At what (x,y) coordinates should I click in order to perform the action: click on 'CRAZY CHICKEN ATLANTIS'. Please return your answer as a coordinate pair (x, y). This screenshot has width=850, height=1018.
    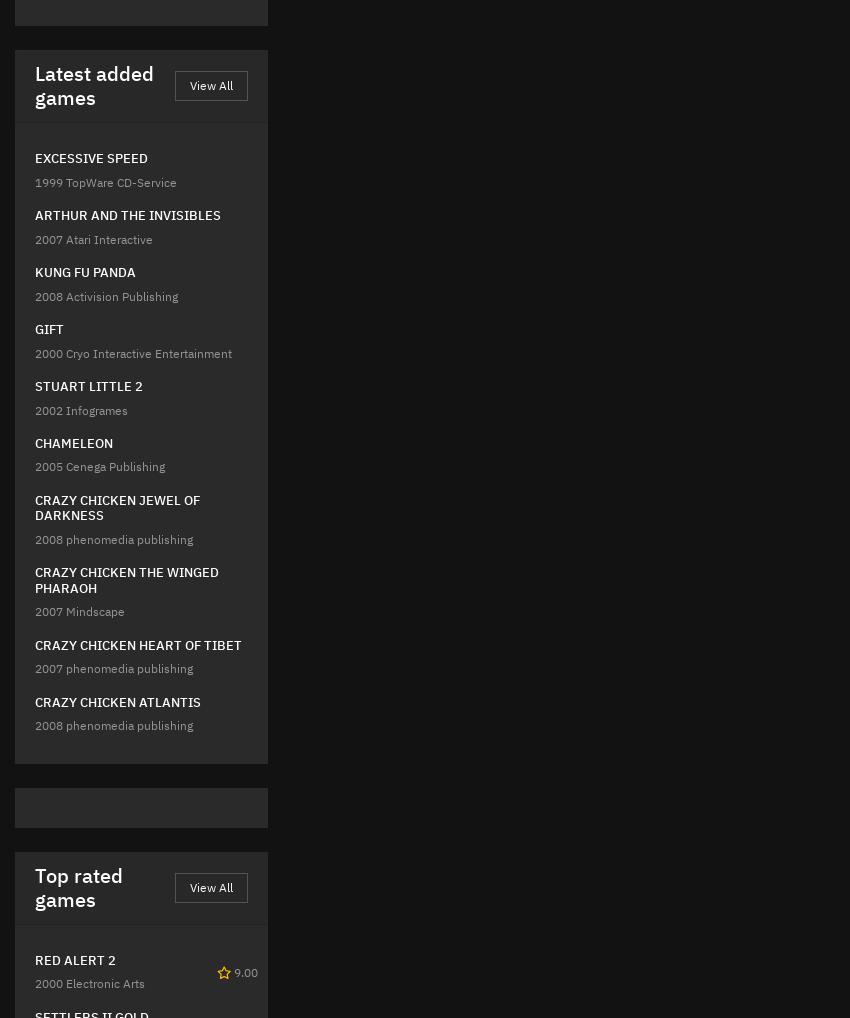
    Looking at the image, I should click on (116, 701).